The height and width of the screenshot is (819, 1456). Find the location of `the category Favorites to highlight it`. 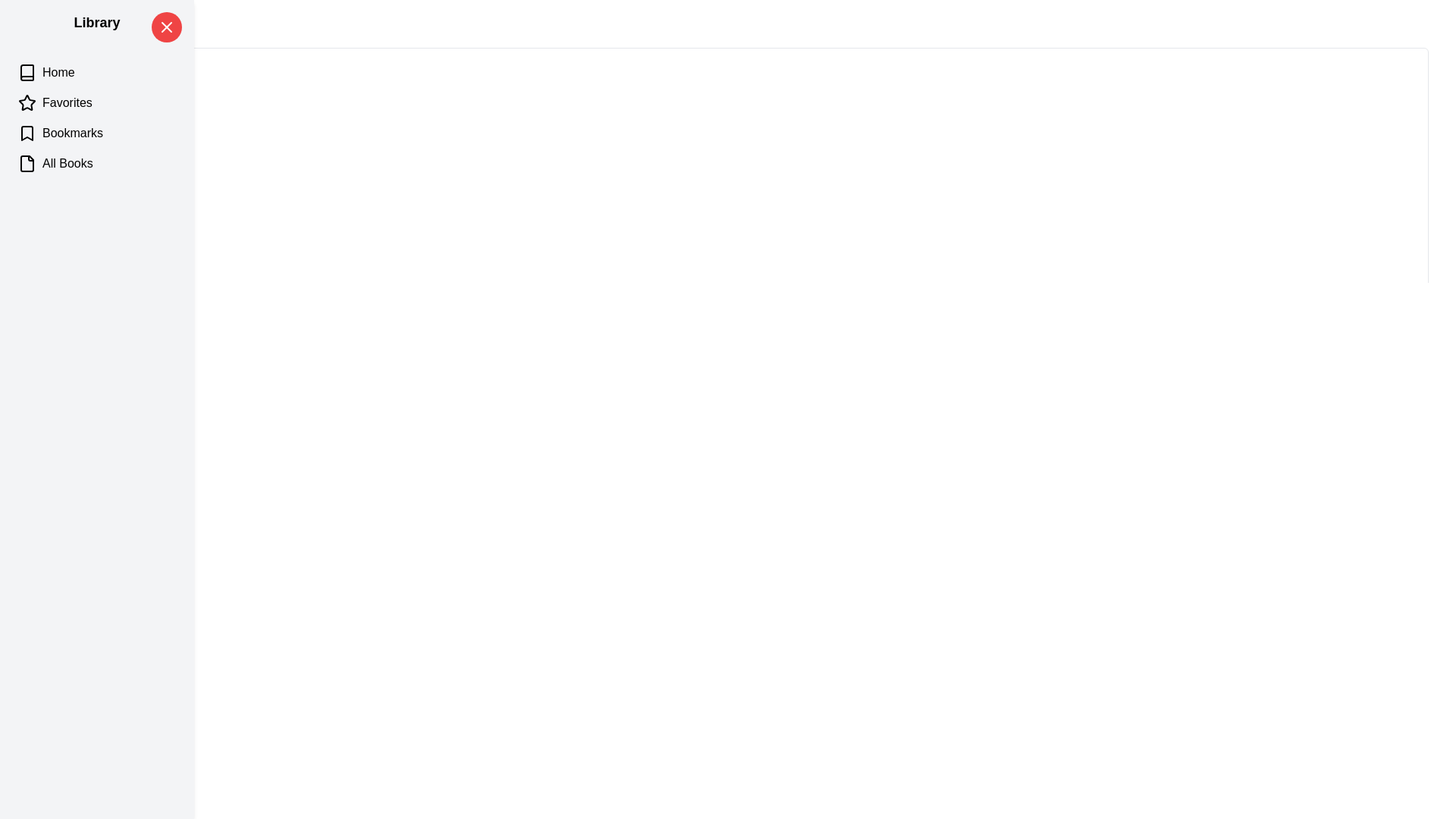

the category Favorites to highlight it is located at coordinates (96, 102).